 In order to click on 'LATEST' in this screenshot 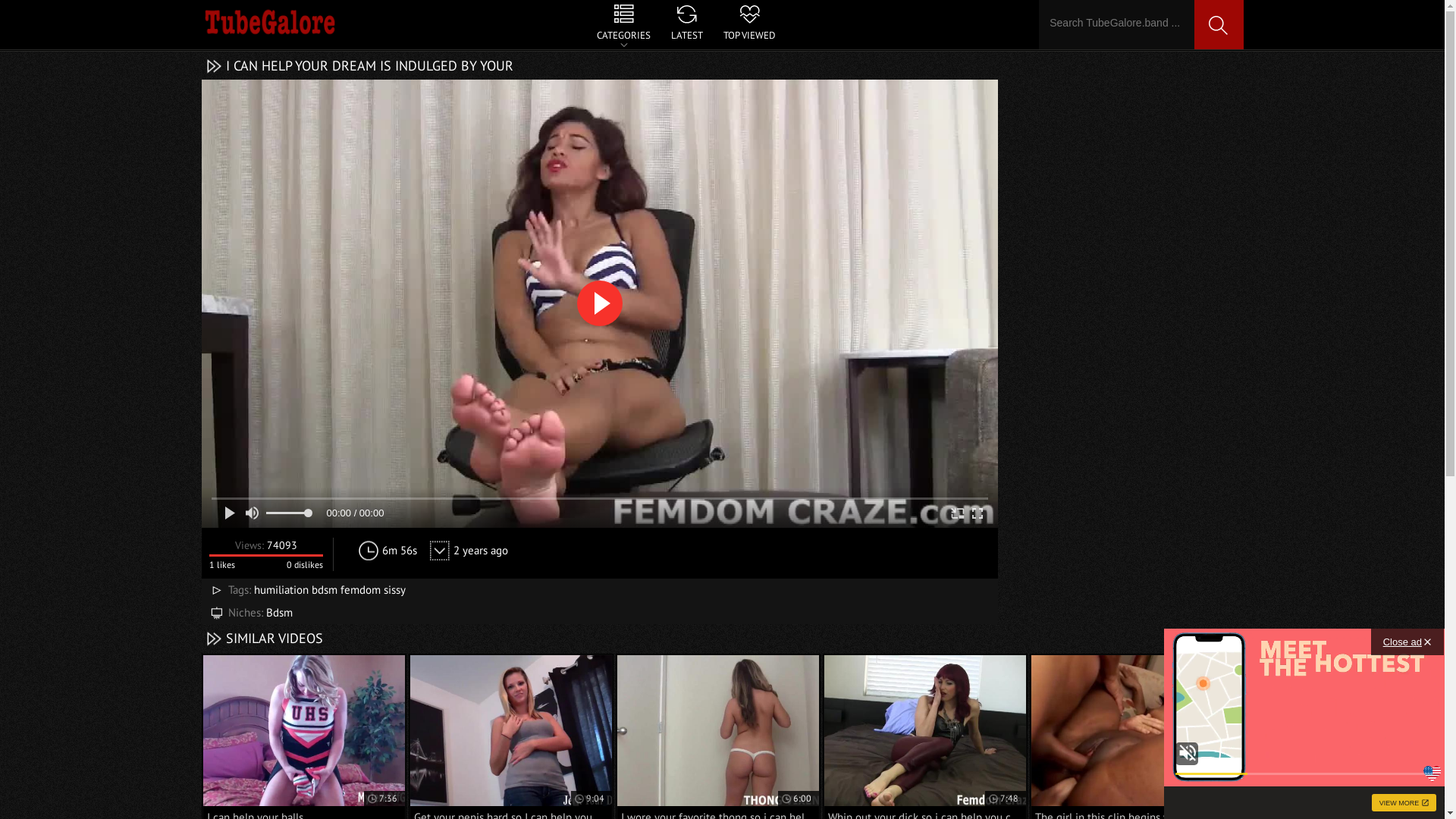, I will do `click(686, 24)`.